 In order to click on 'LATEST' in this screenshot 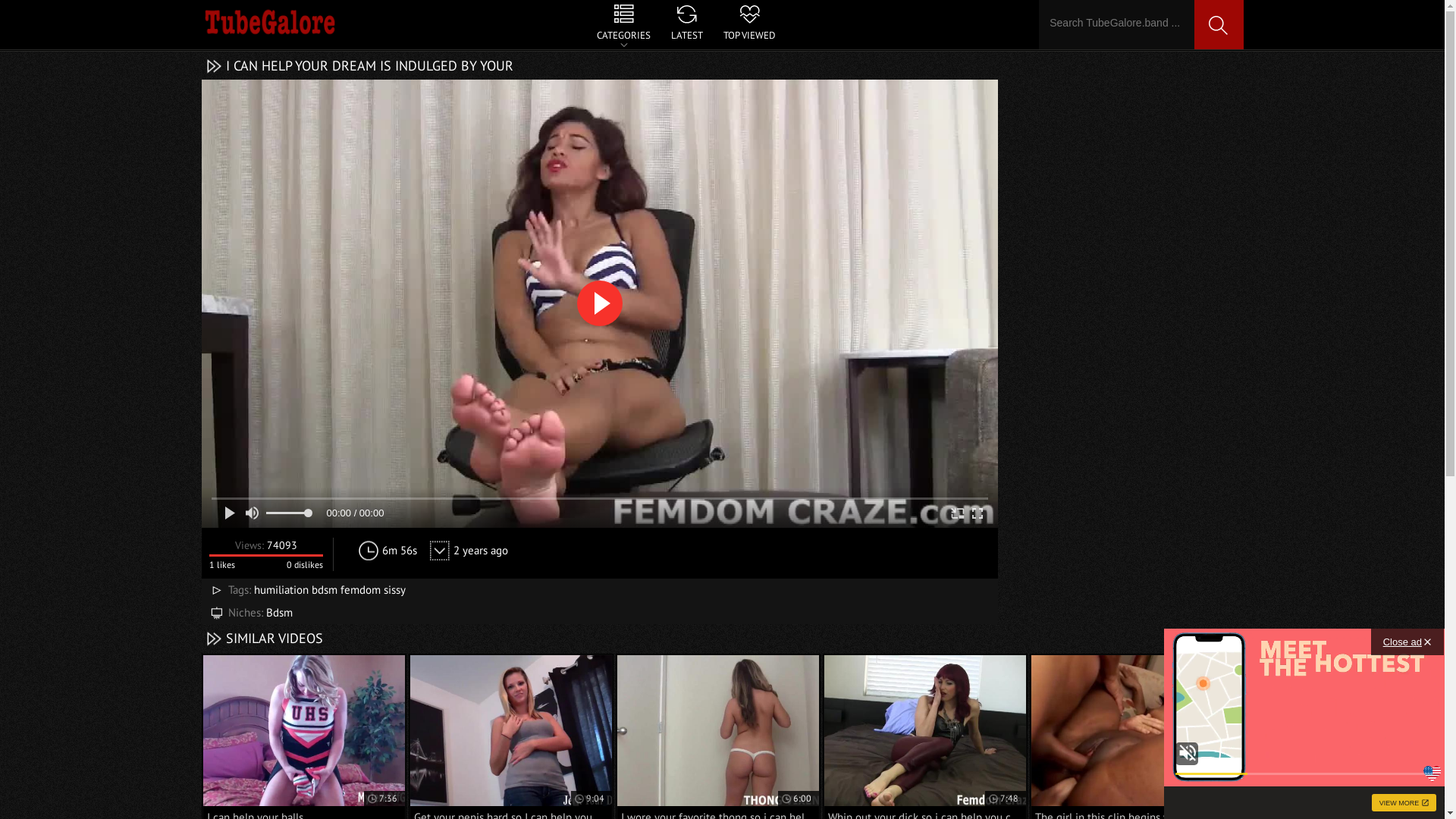, I will do `click(686, 24)`.